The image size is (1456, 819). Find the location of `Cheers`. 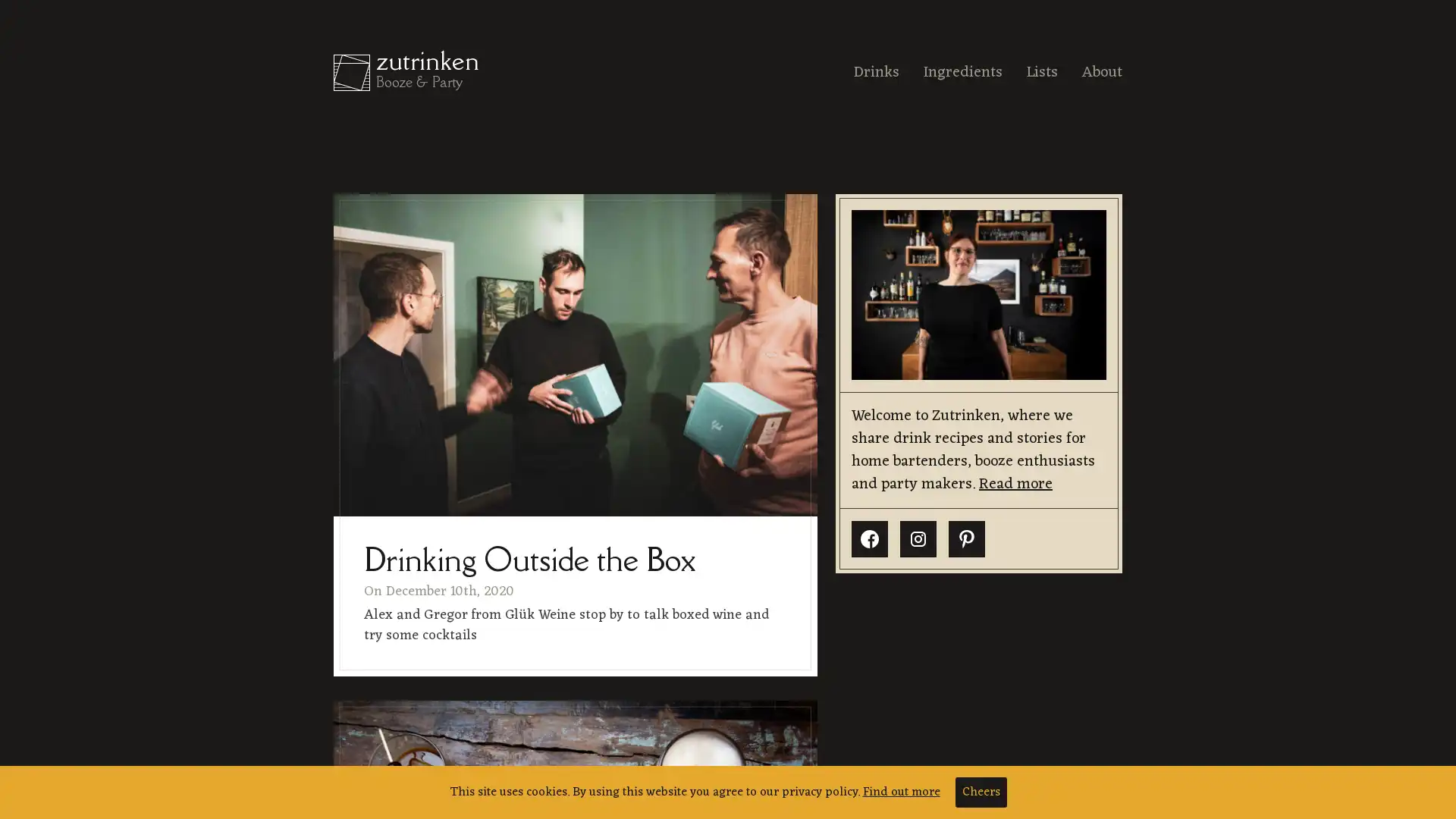

Cheers is located at coordinates (980, 792).